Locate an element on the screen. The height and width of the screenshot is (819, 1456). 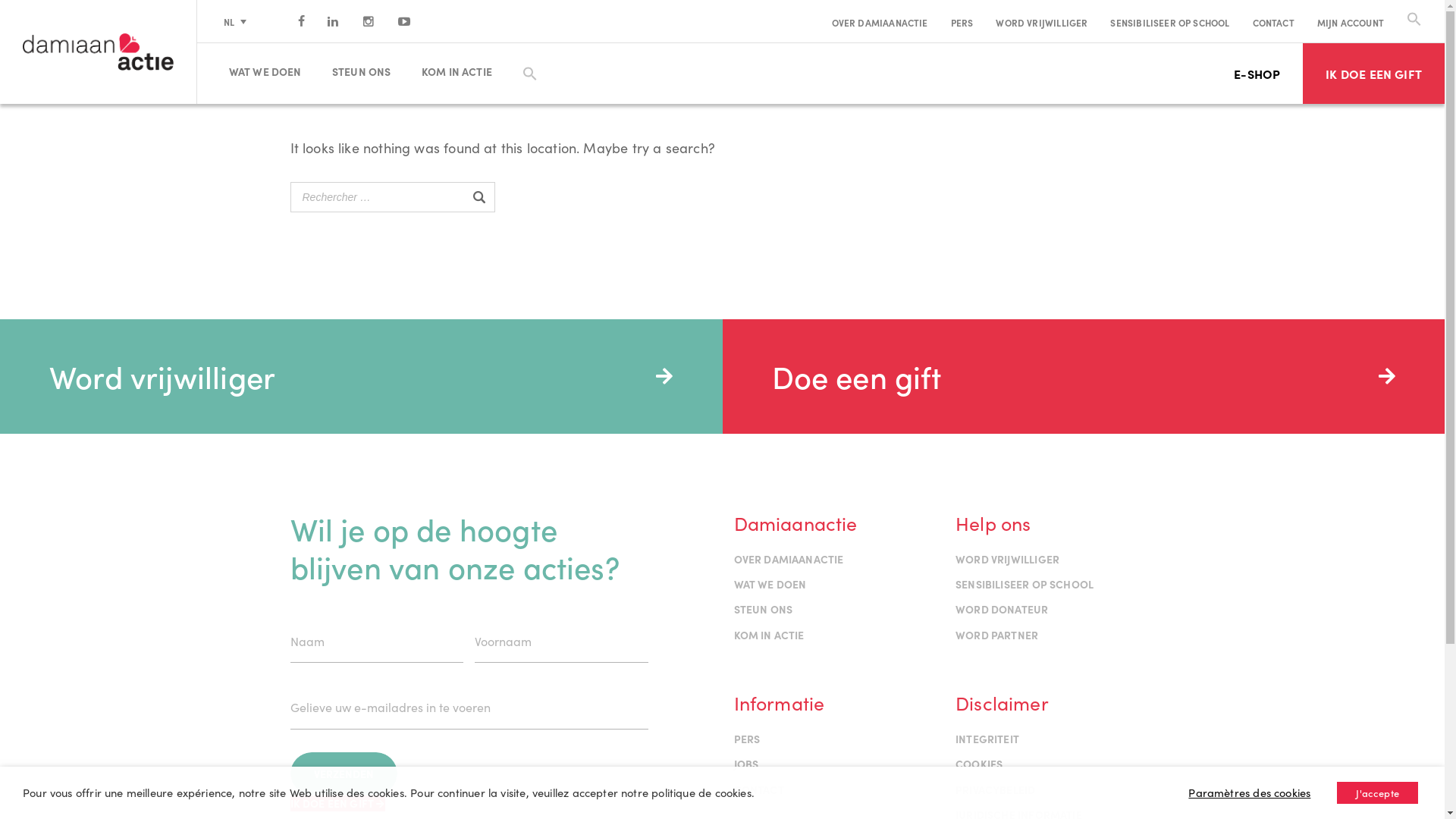
'Verzenden' is located at coordinates (342, 773).